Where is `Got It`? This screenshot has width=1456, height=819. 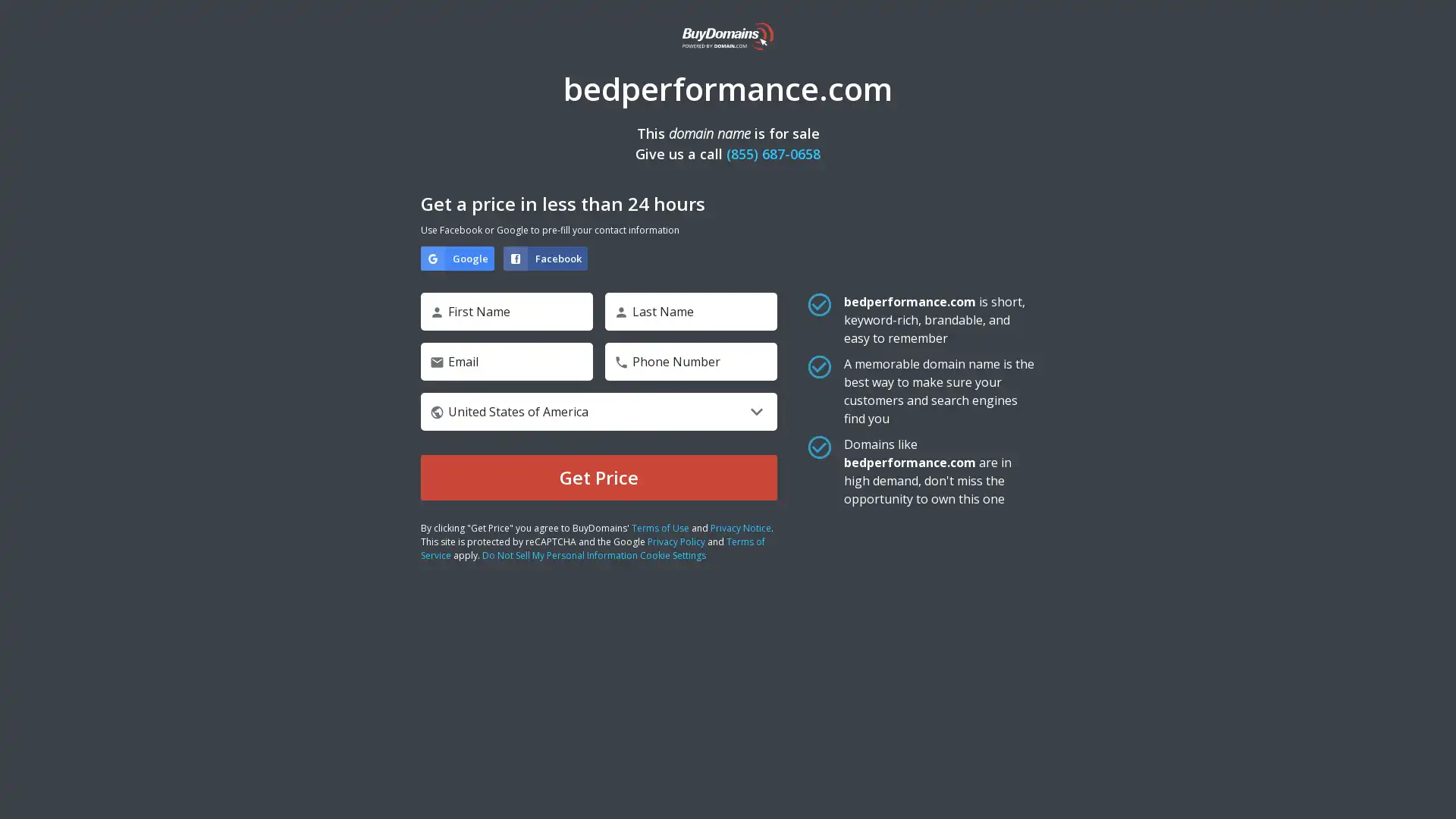
Got It is located at coordinates (154, 719).